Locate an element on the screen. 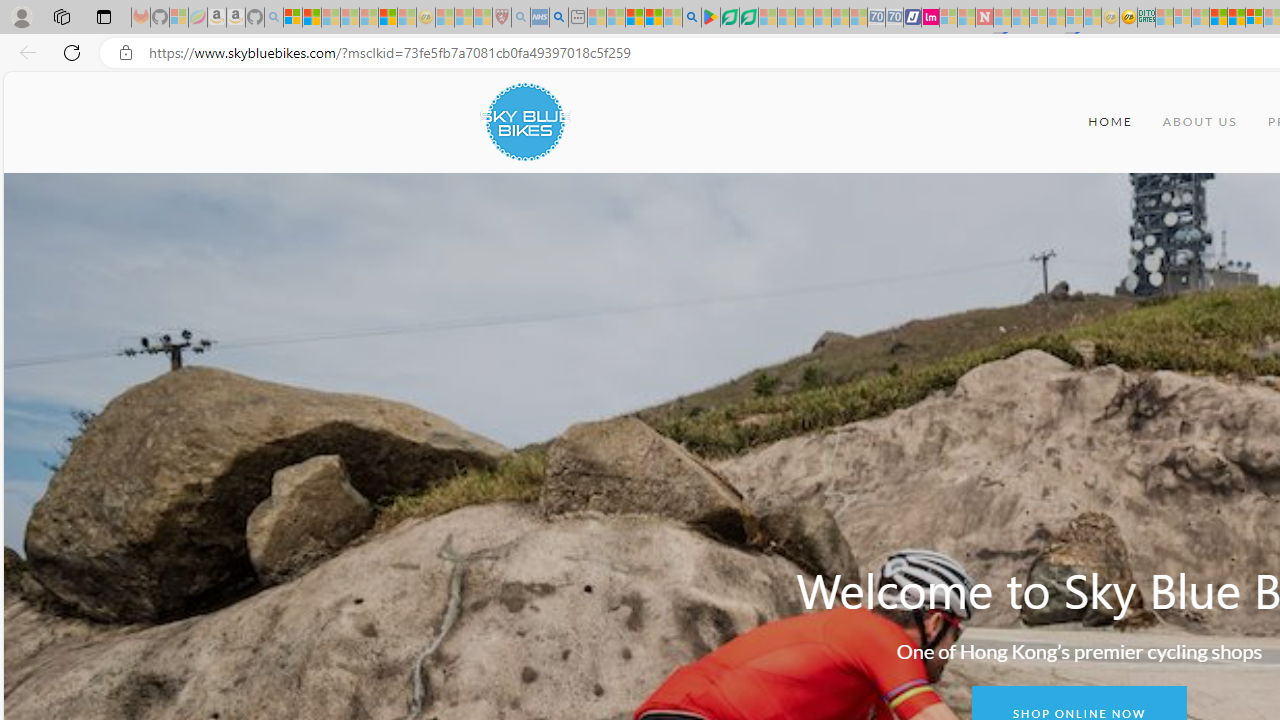 This screenshot has height=720, width=1280. 'New Report Confirms 2023 Was Record Hot | Watch - Sleeping' is located at coordinates (368, 17).